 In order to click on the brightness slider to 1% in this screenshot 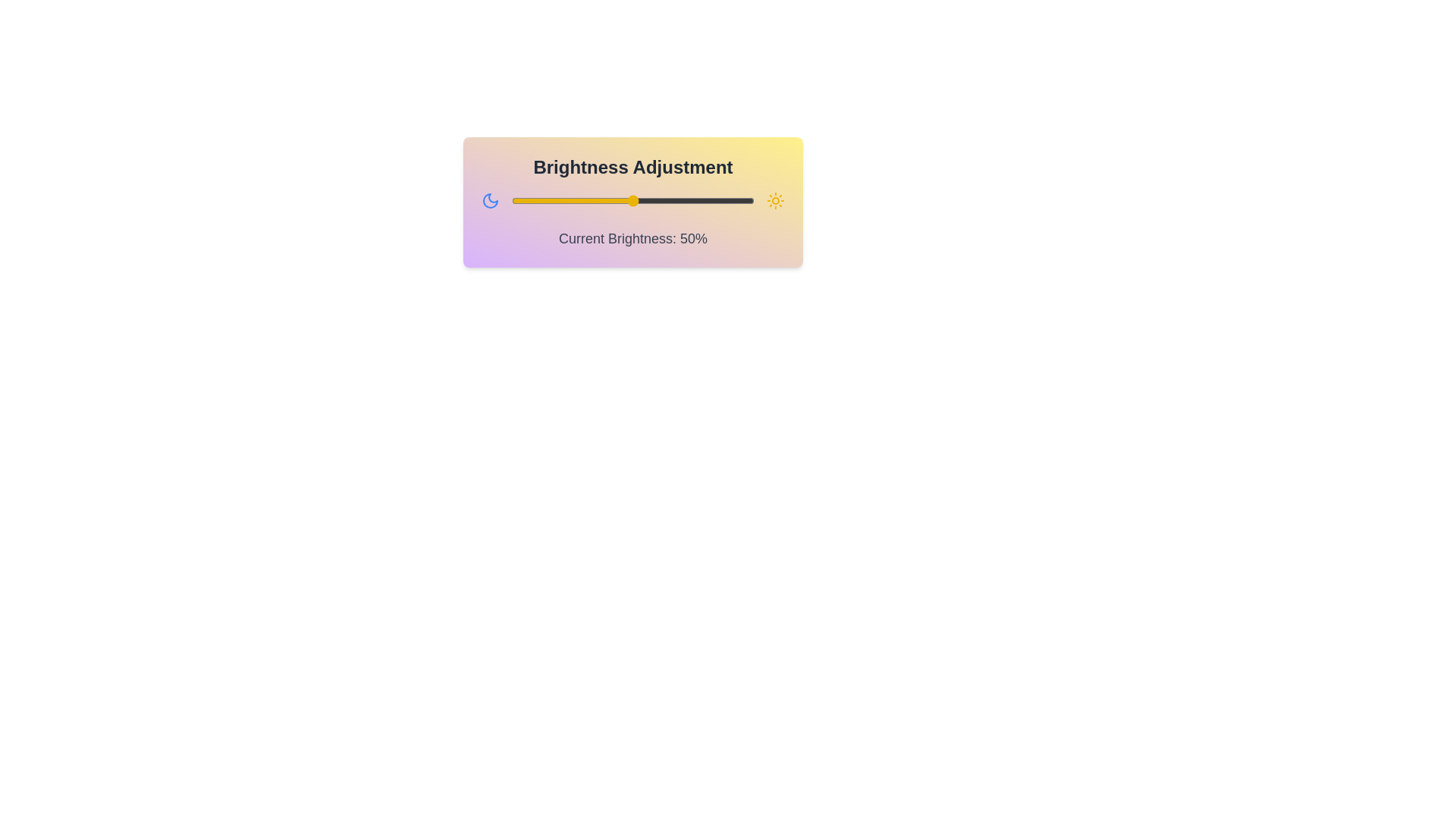, I will do `click(514, 200)`.